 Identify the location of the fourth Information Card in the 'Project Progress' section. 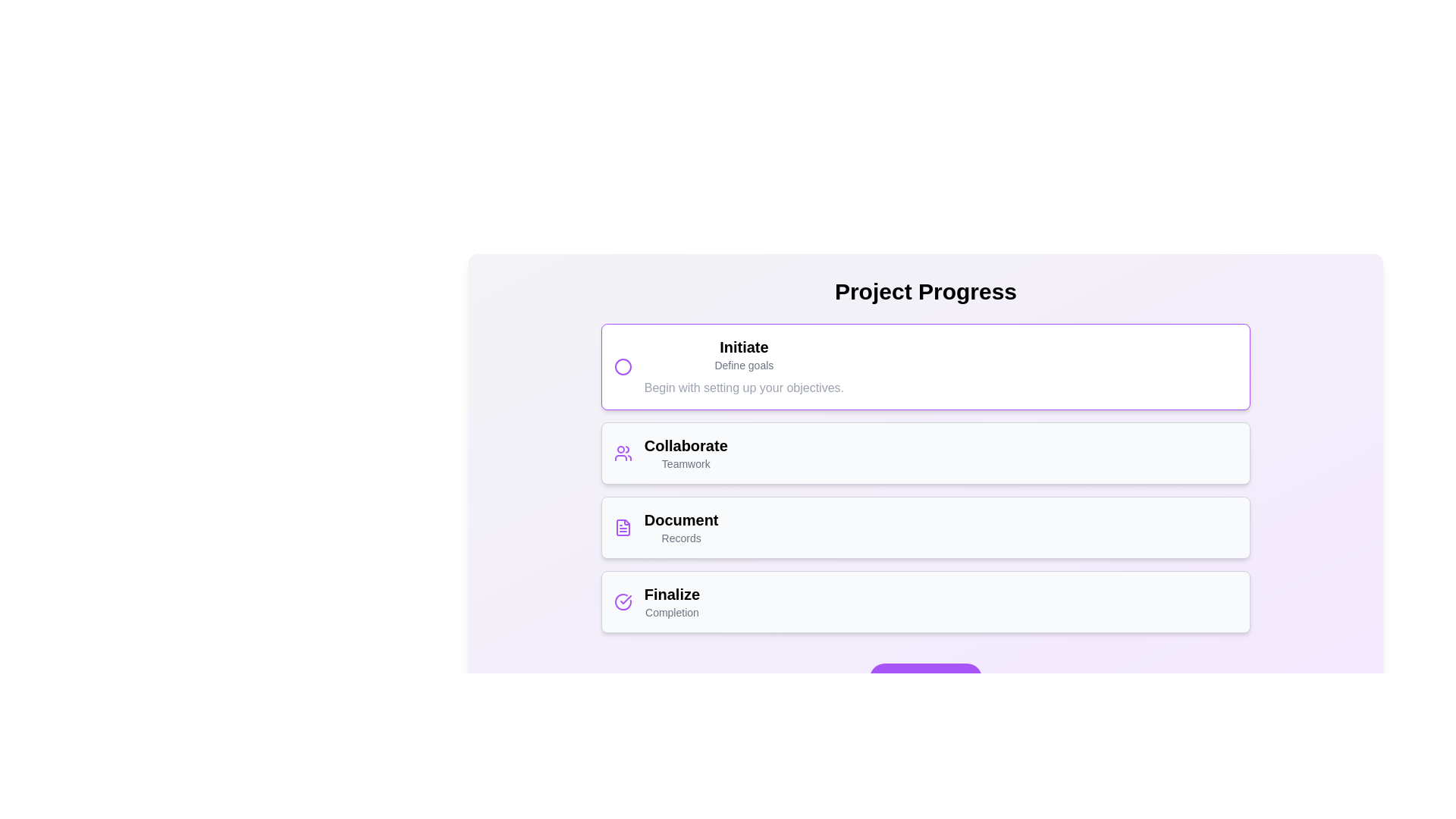
(924, 601).